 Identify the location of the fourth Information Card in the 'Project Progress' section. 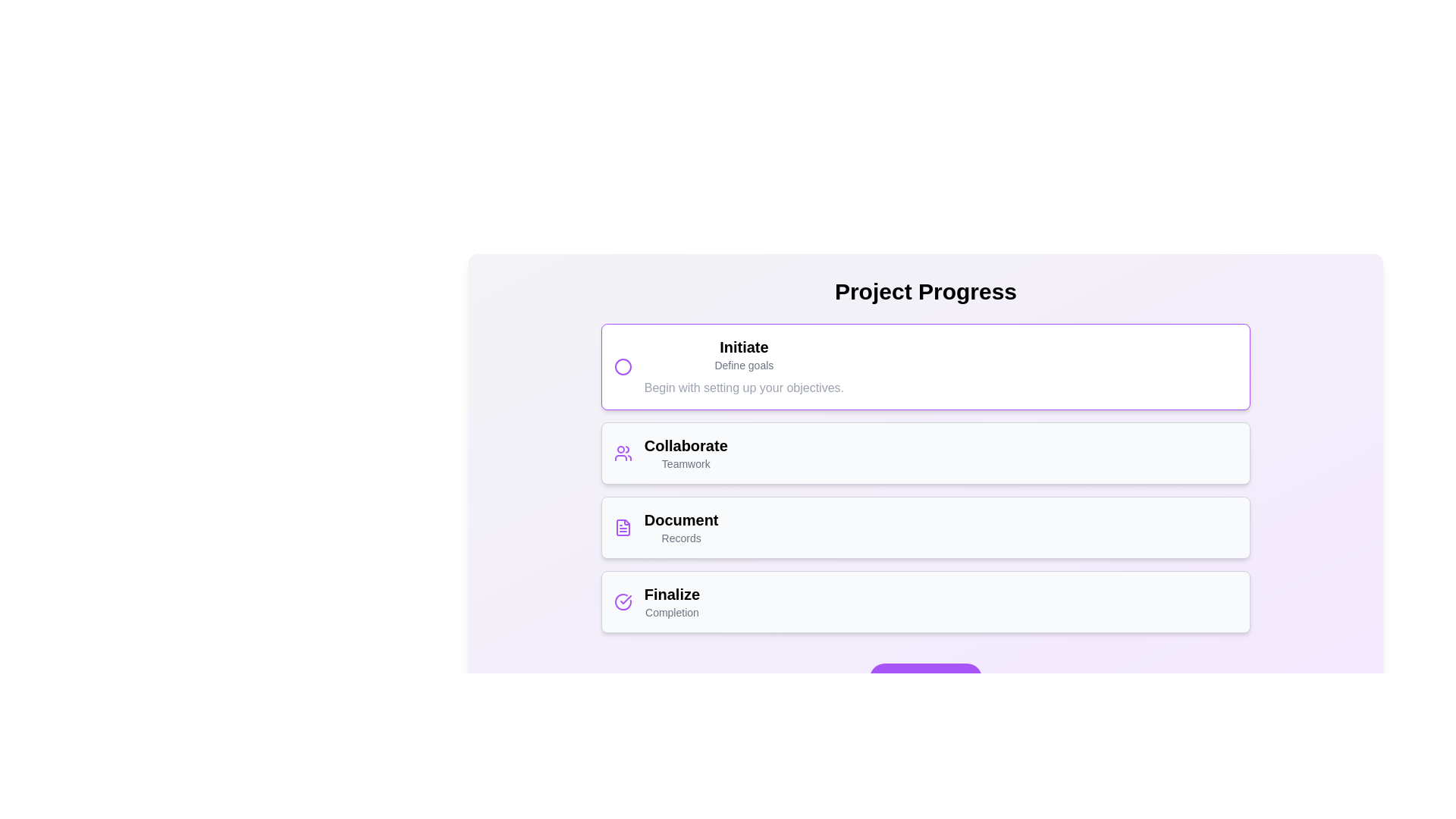
(924, 601).